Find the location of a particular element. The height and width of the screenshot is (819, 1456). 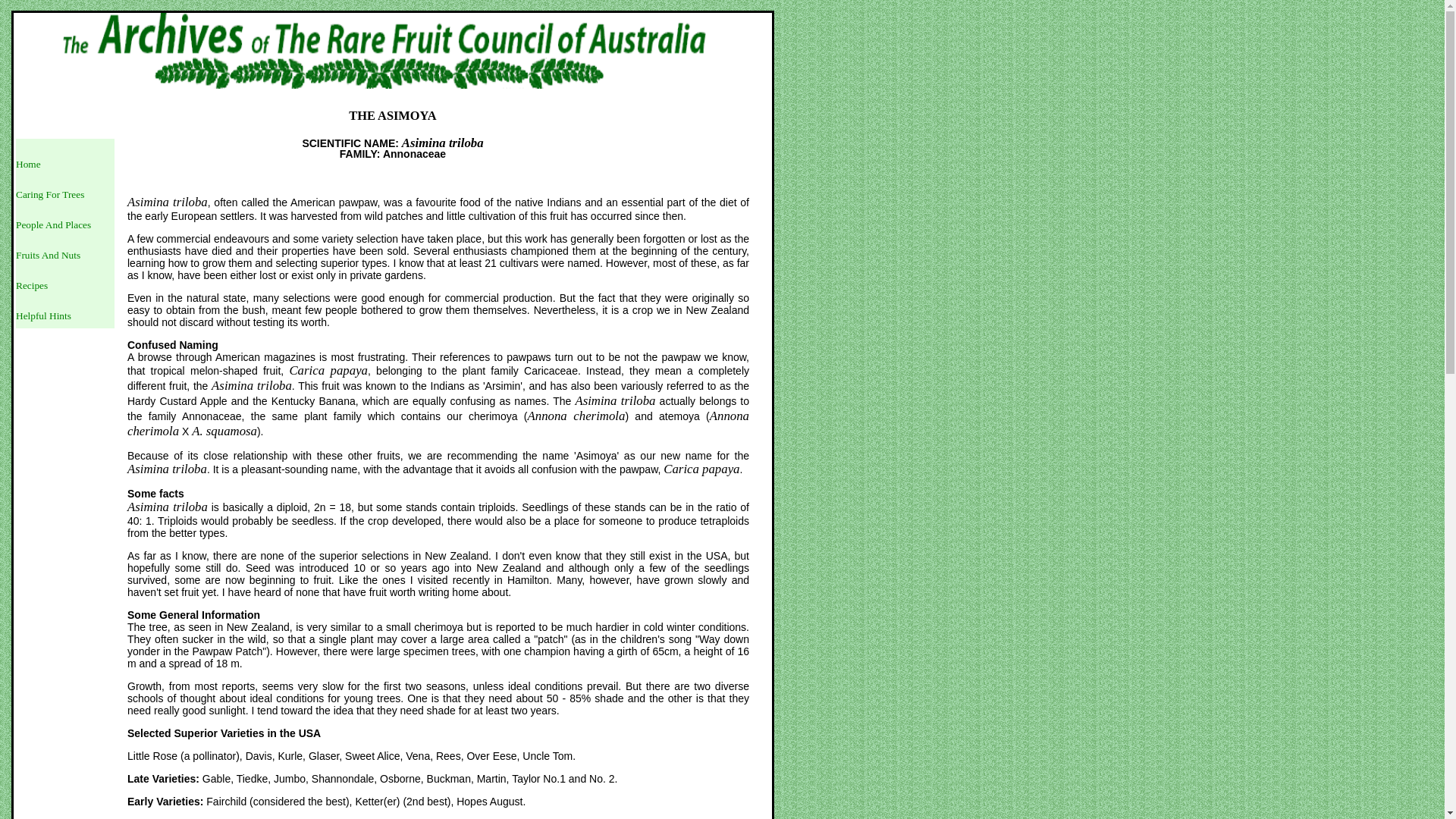

'Recipes' is located at coordinates (32, 285).